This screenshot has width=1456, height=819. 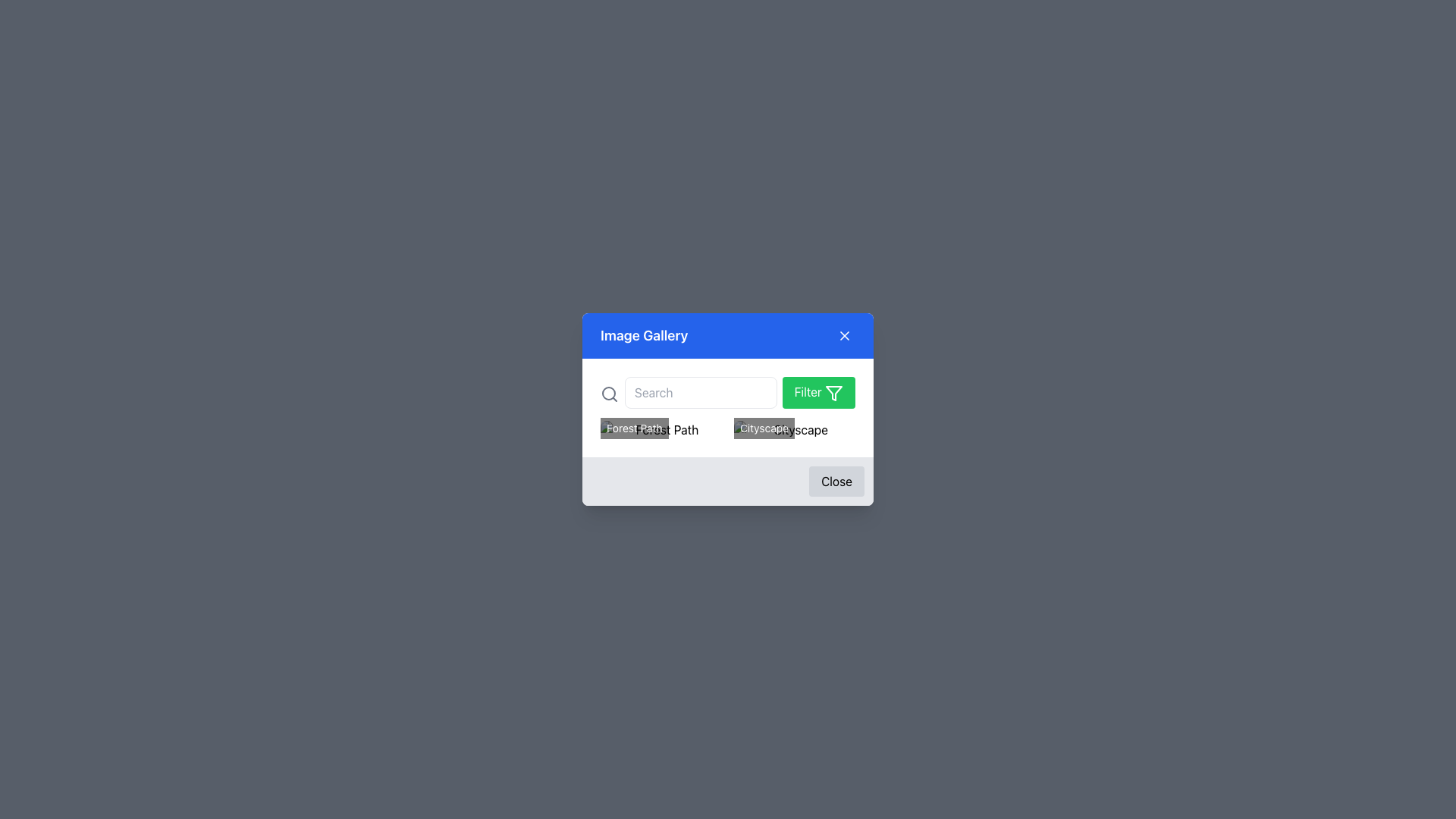 What do you see at coordinates (644, 335) in the screenshot?
I see `the 'Image Gallery' text label displayed in bold white font on a blue background at the top-left of the modal dialog title bar` at bounding box center [644, 335].